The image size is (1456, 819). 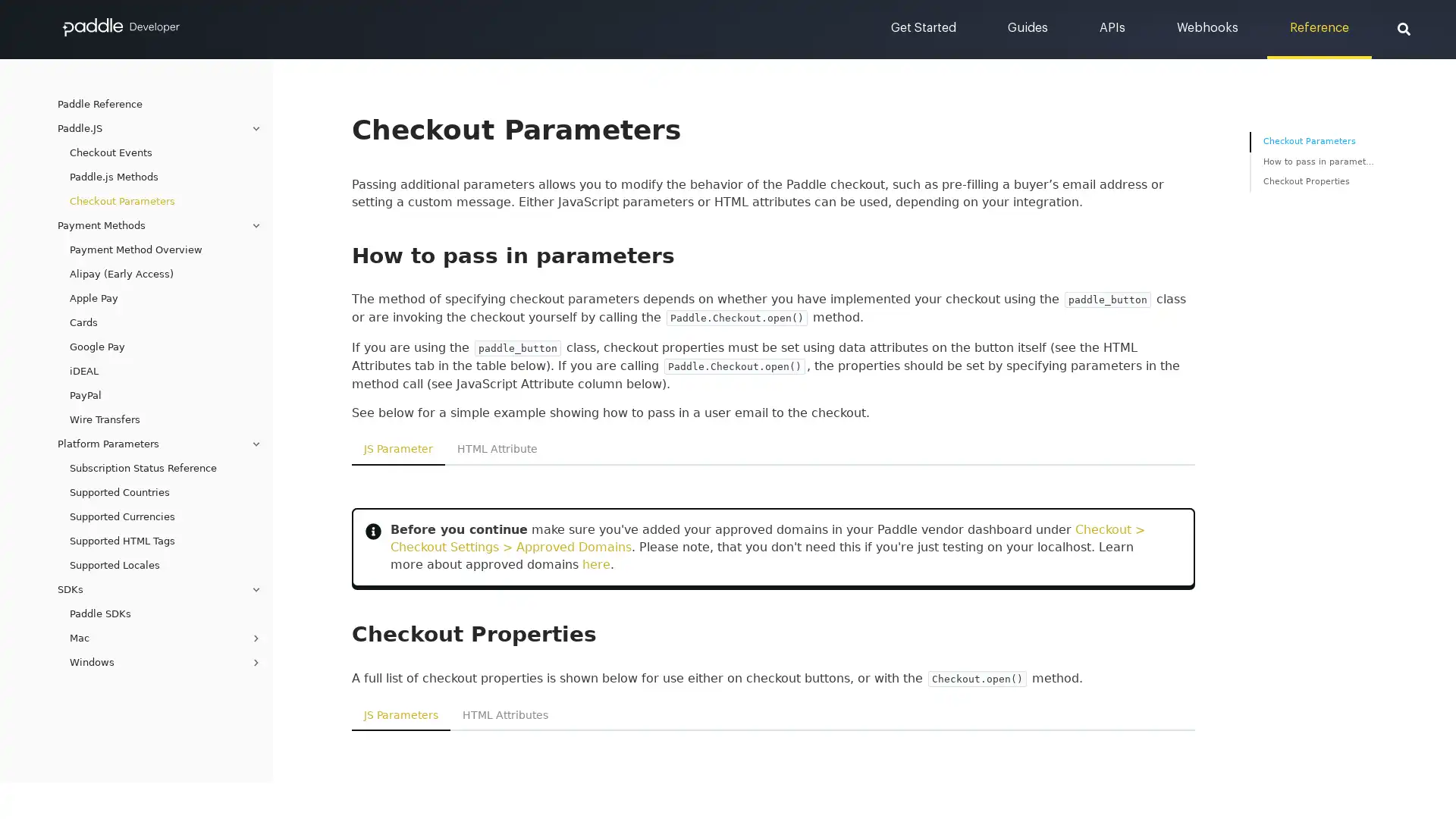 I want to click on Open Search, so click(x=1403, y=28).